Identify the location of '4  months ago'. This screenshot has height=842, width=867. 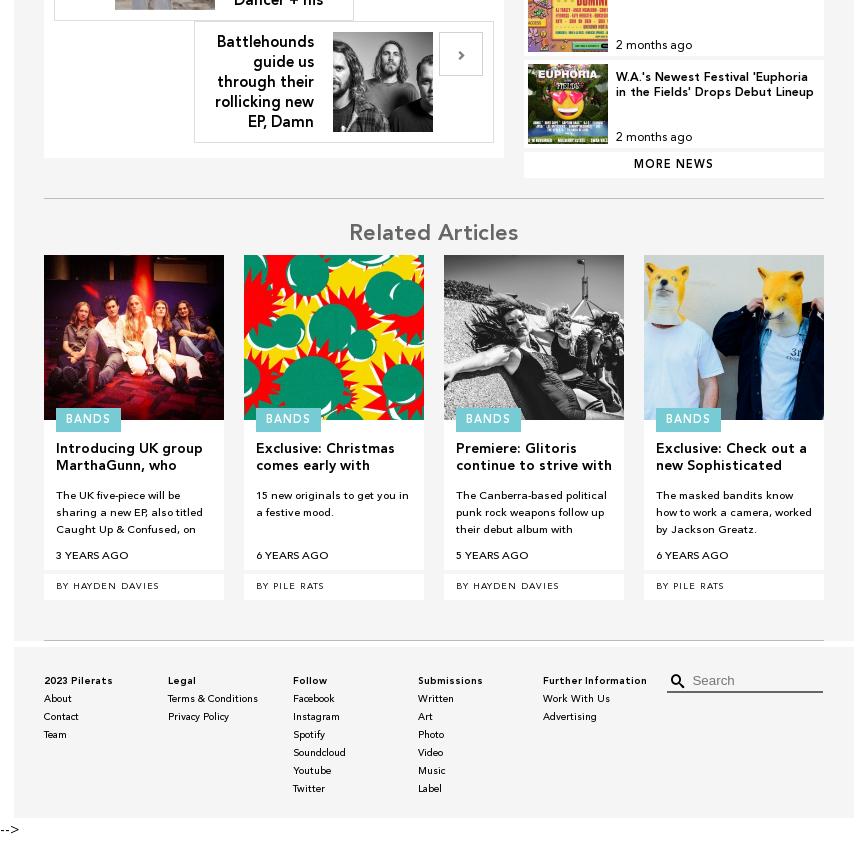
(652, 46).